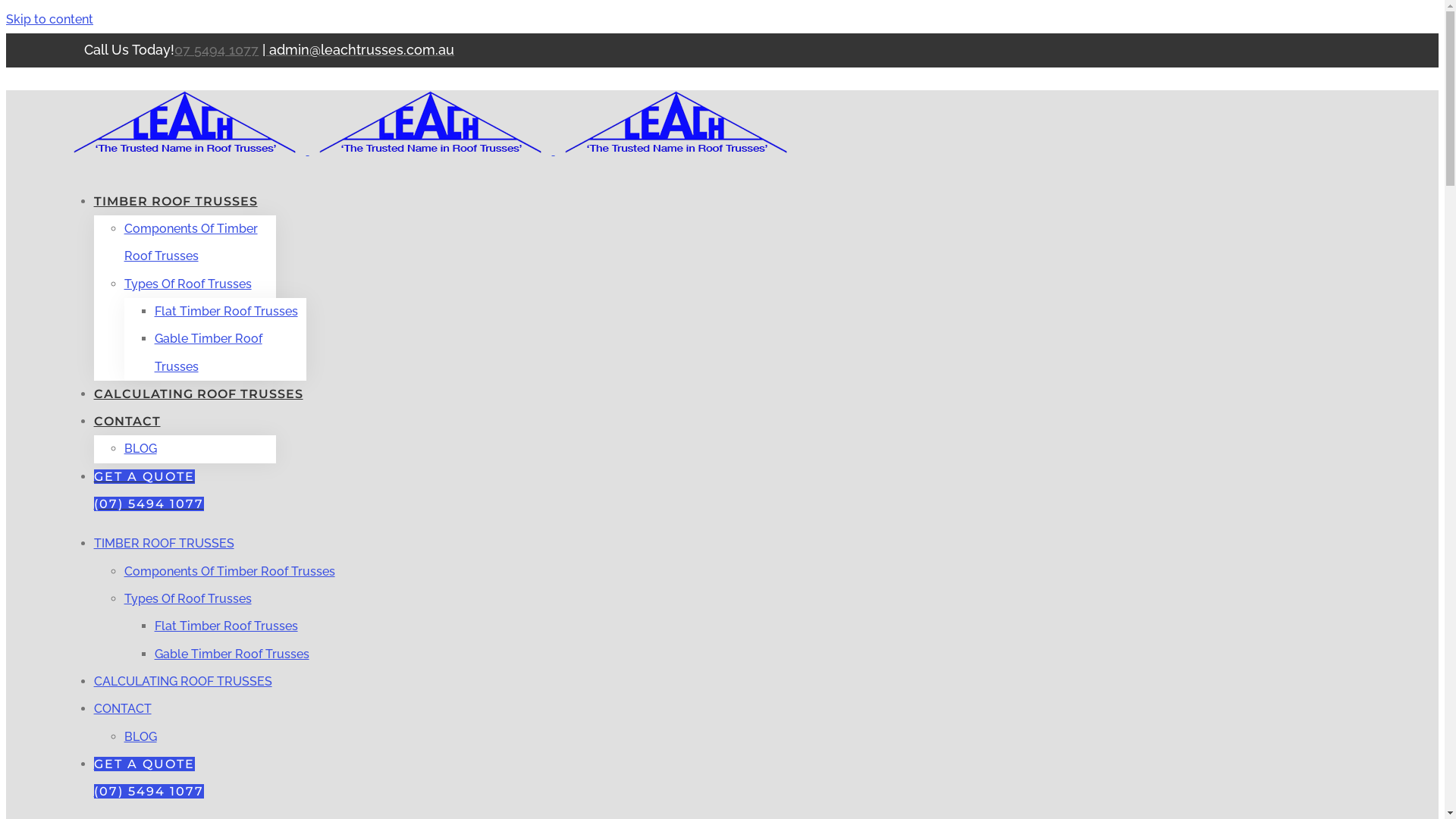 The height and width of the screenshot is (819, 1456). What do you see at coordinates (149, 490) in the screenshot?
I see `'GET A QUOTE` at bounding box center [149, 490].